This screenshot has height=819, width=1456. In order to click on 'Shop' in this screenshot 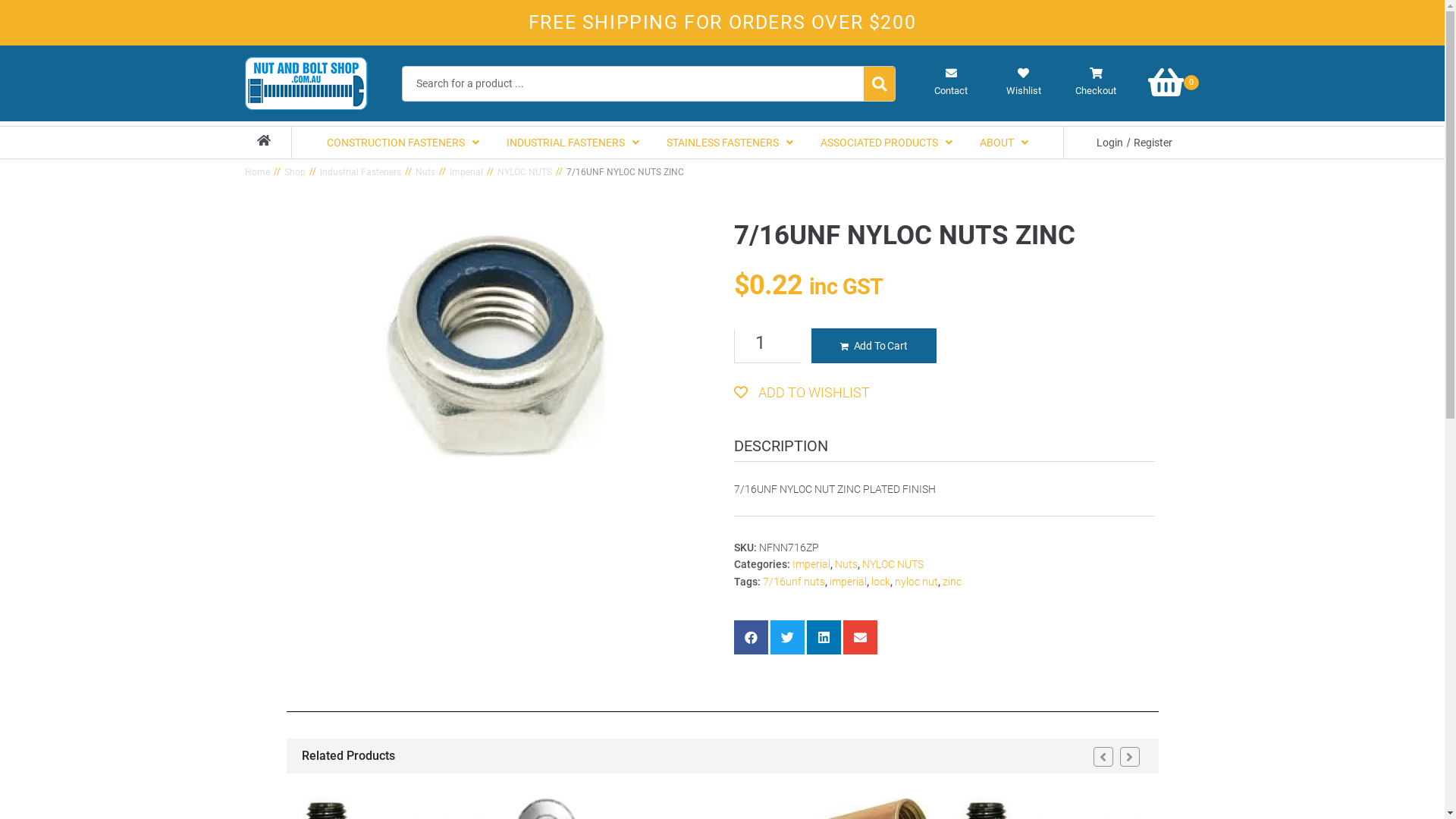, I will do `click(294, 171)`.